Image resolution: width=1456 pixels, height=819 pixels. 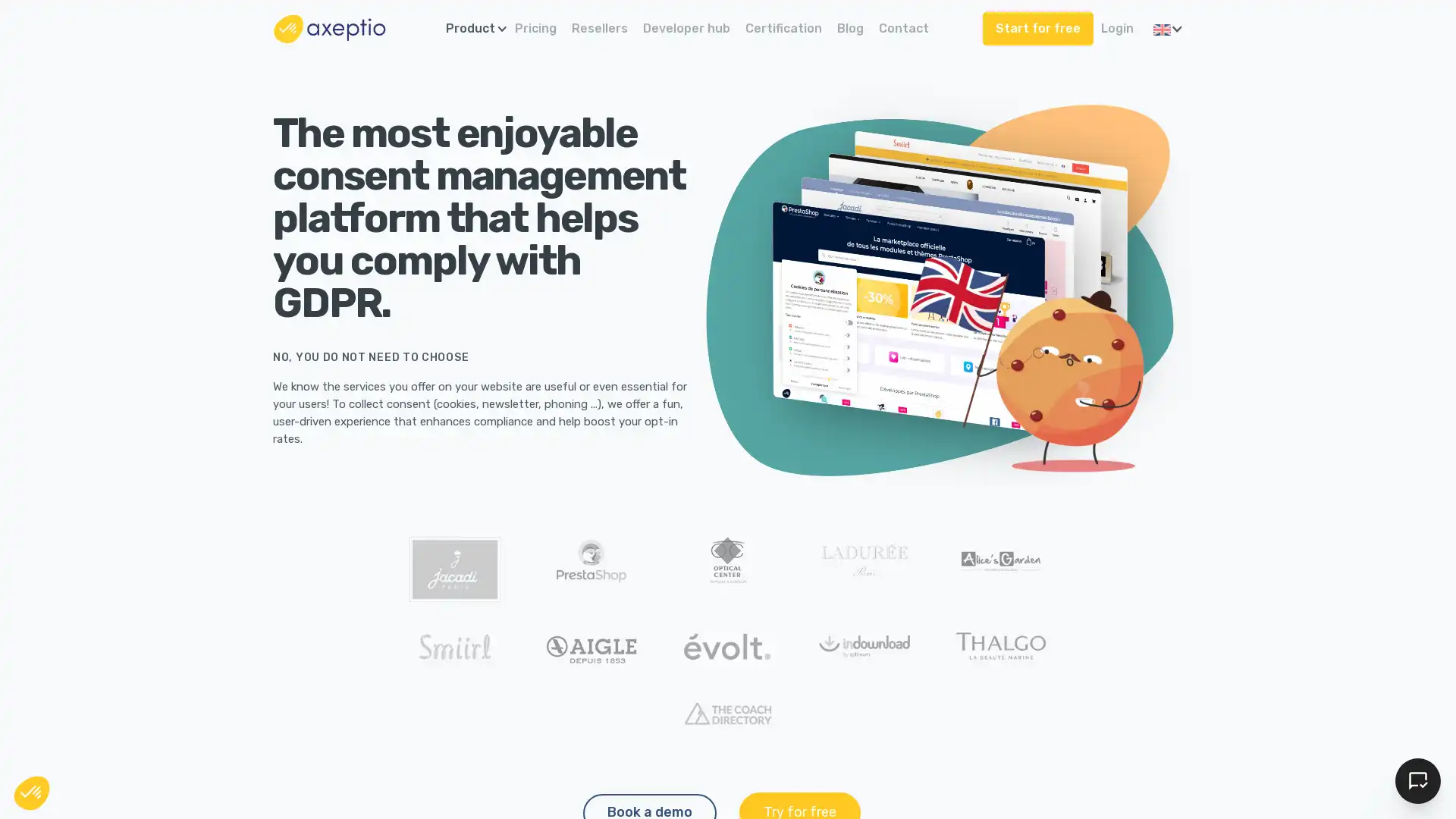 What do you see at coordinates (174, 702) in the screenshot?
I see `Consents certified by` at bounding box center [174, 702].